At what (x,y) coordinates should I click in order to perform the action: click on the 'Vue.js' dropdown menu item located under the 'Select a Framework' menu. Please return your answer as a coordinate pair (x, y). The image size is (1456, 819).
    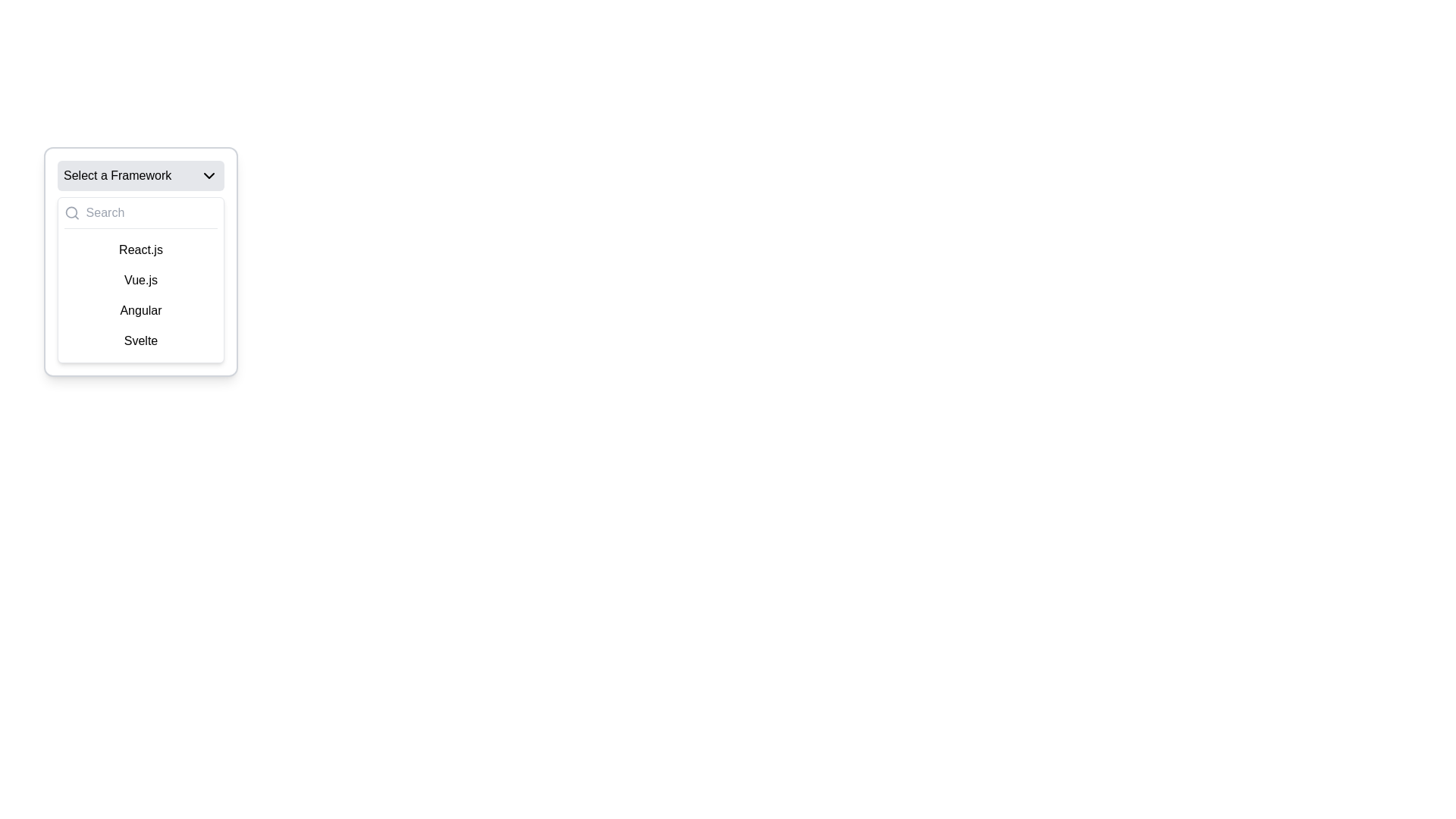
    Looking at the image, I should click on (141, 280).